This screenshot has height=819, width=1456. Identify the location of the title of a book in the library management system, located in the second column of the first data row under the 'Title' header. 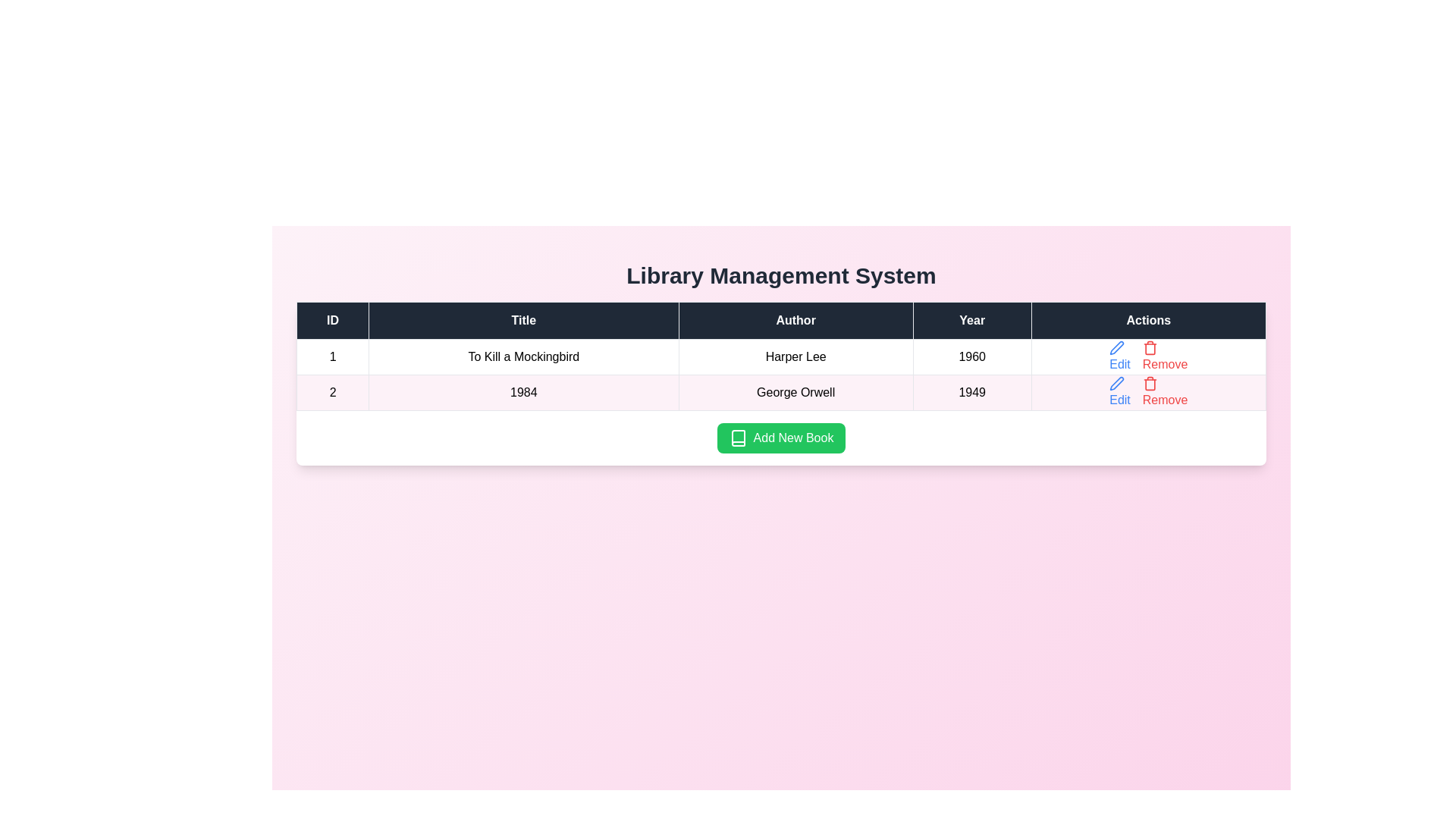
(523, 356).